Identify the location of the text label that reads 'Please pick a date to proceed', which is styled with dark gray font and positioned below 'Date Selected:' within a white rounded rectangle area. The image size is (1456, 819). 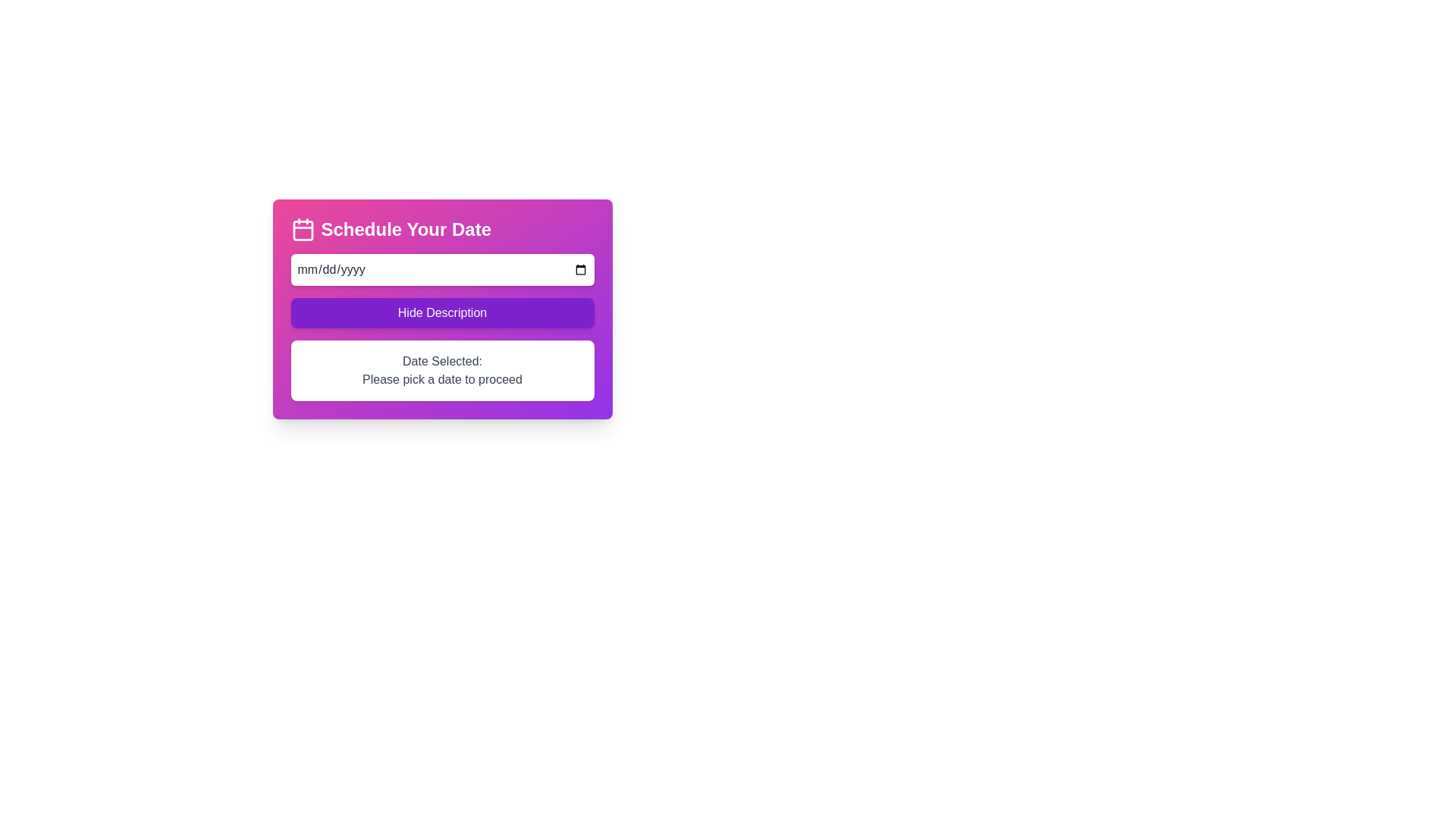
(441, 379).